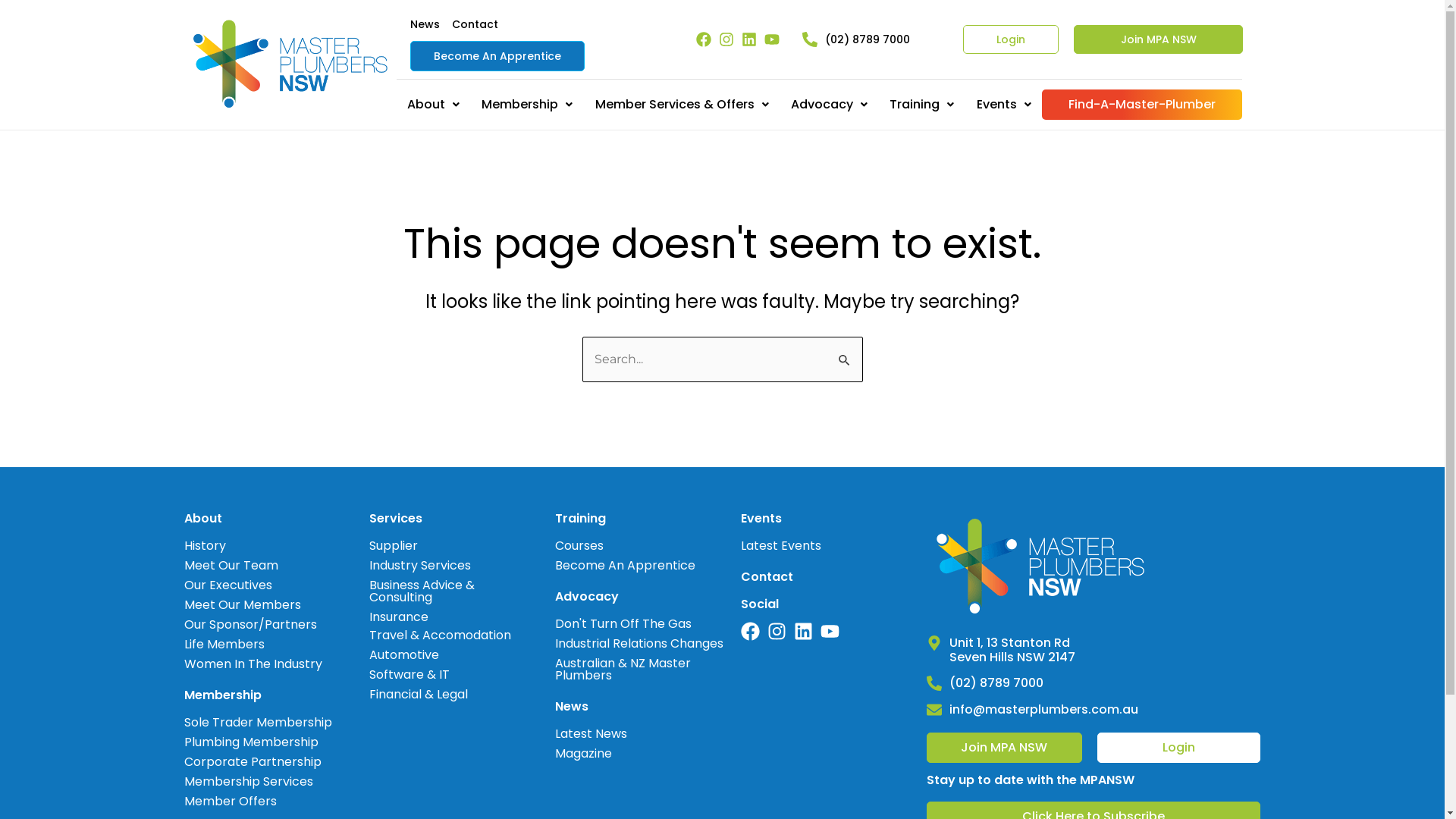  Describe the element at coordinates (742, 38) in the screenshot. I see `'Linkedin'` at that location.